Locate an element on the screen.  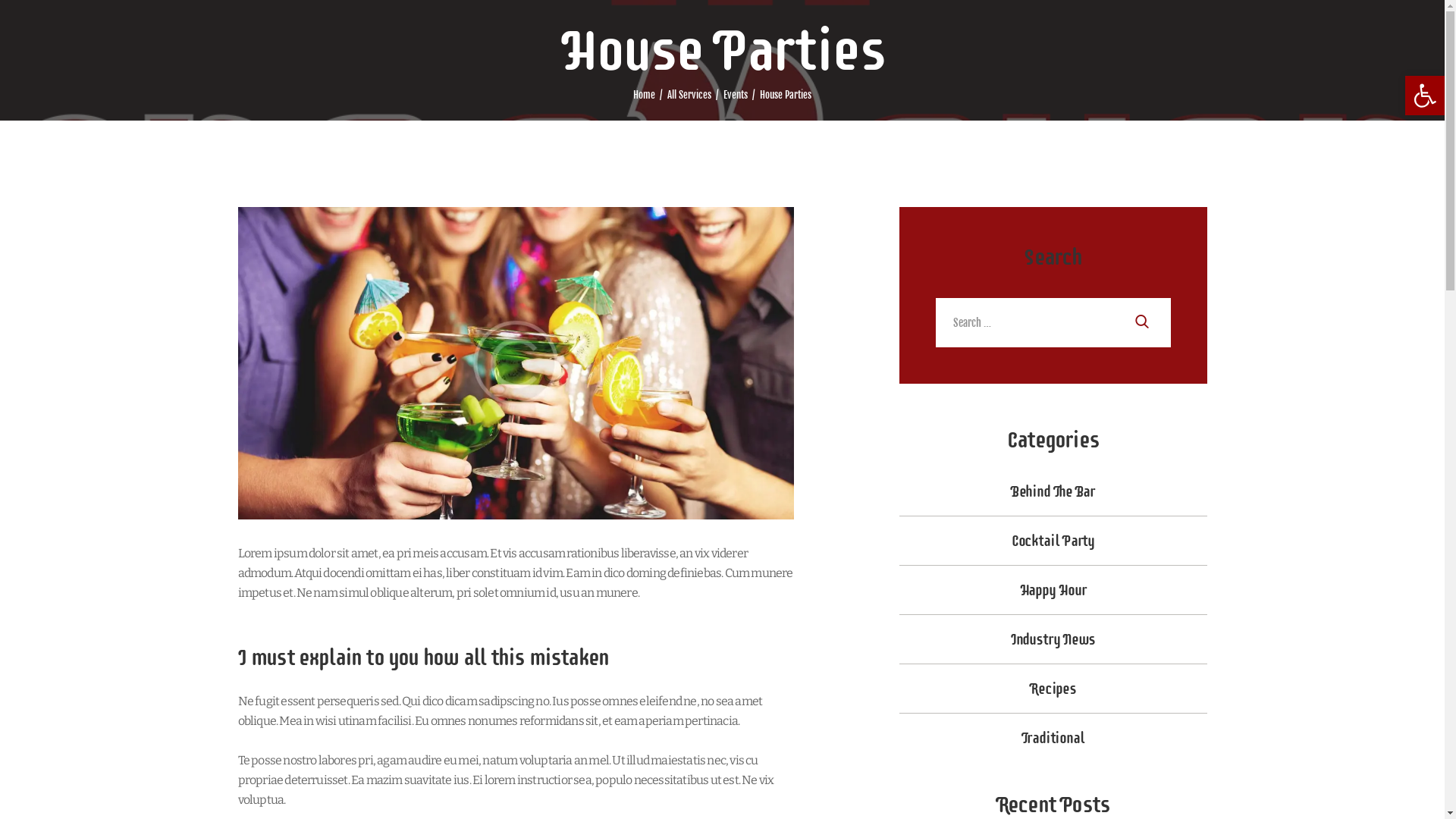
'Happy Hour' is located at coordinates (1051, 589).